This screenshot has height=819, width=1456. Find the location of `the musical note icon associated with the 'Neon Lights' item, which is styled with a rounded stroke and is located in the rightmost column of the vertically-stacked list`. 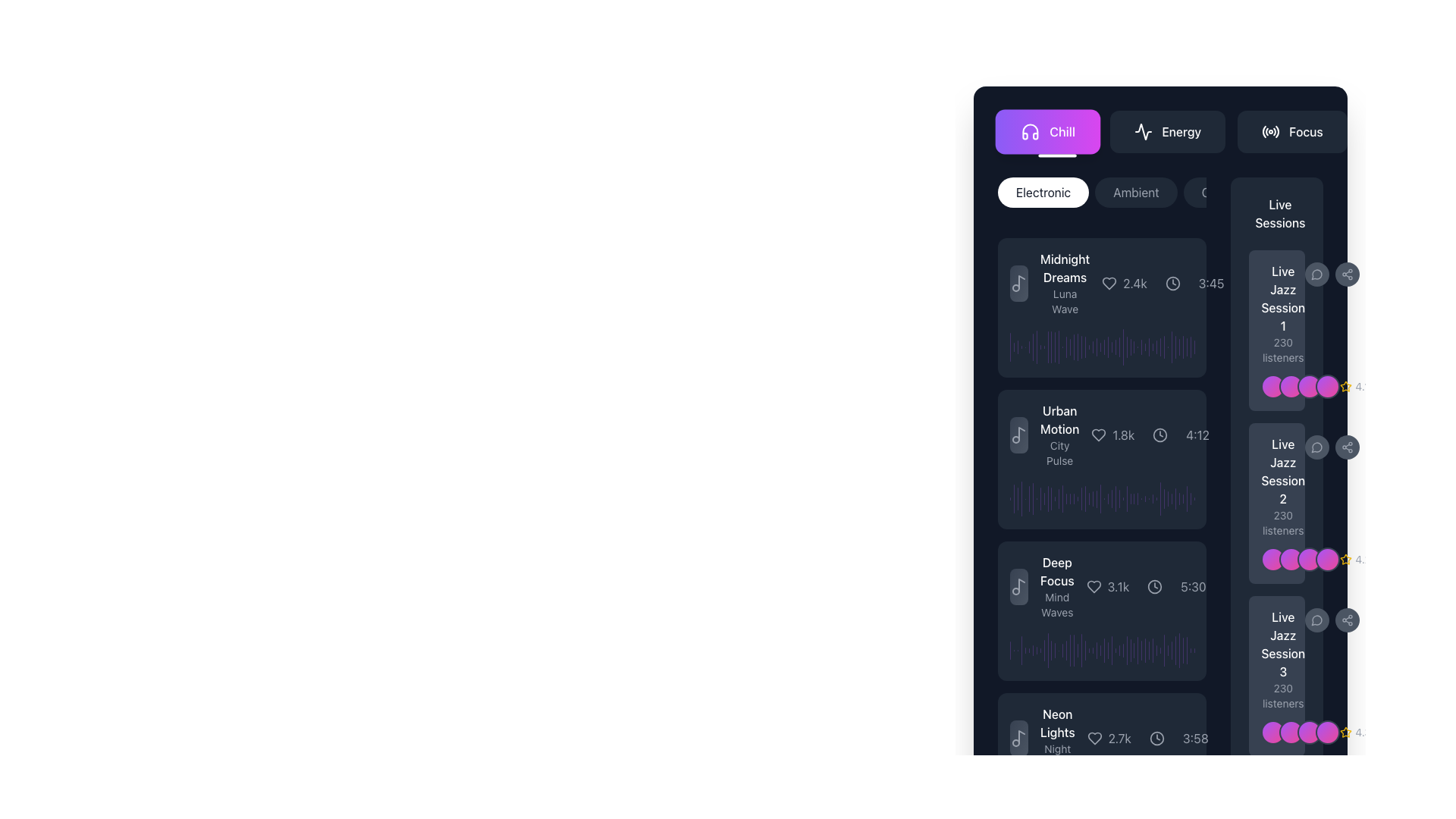

the musical note icon associated with the 'Neon Lights' item, which is styled with a rounded stroke and is located in the rightmost column of the vertically-stacked list is located at coordinates (1019, 738).